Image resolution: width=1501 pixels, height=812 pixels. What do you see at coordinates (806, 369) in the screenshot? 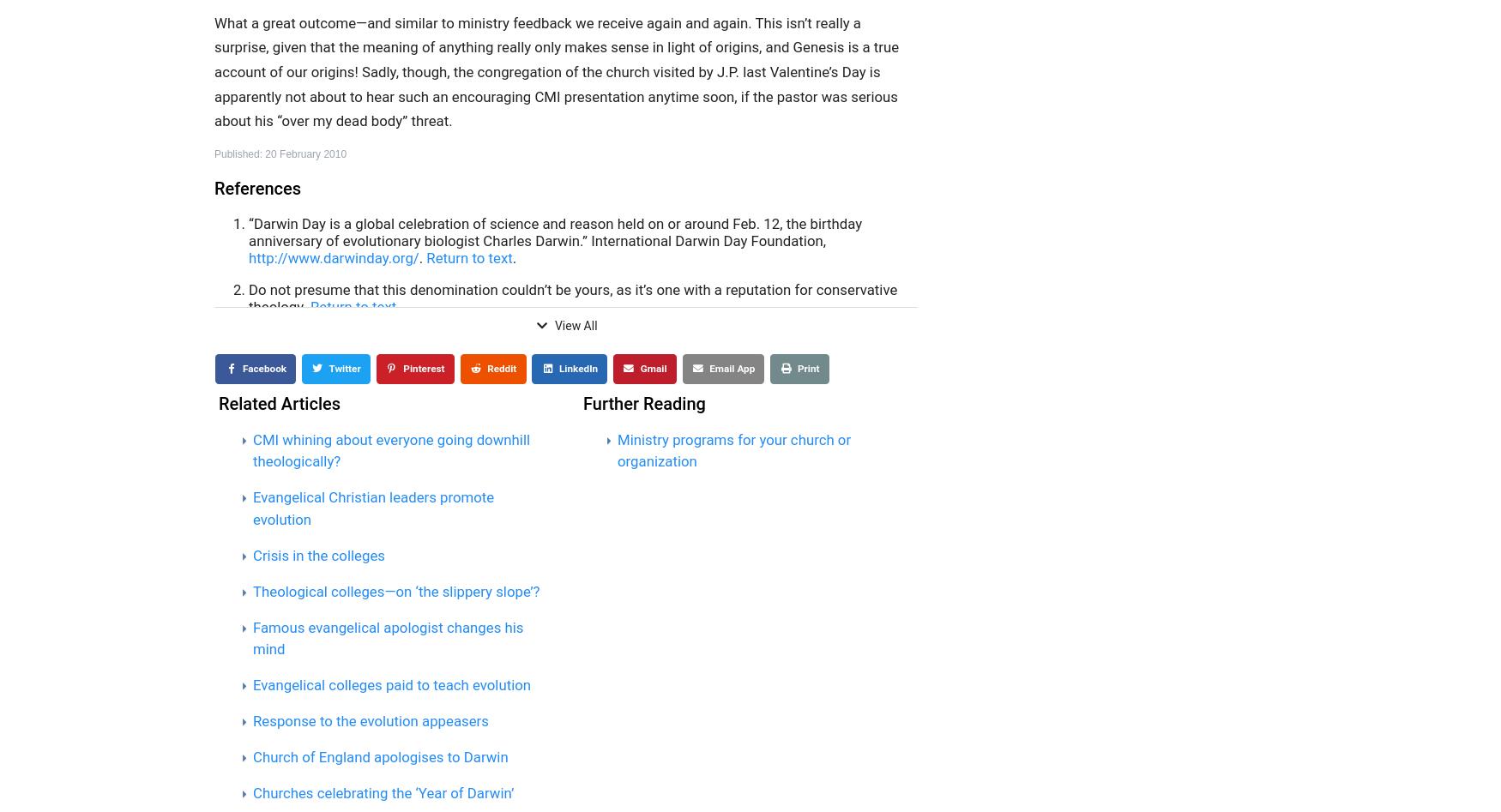
I see `'Print'` at bounding box center [806, 369].